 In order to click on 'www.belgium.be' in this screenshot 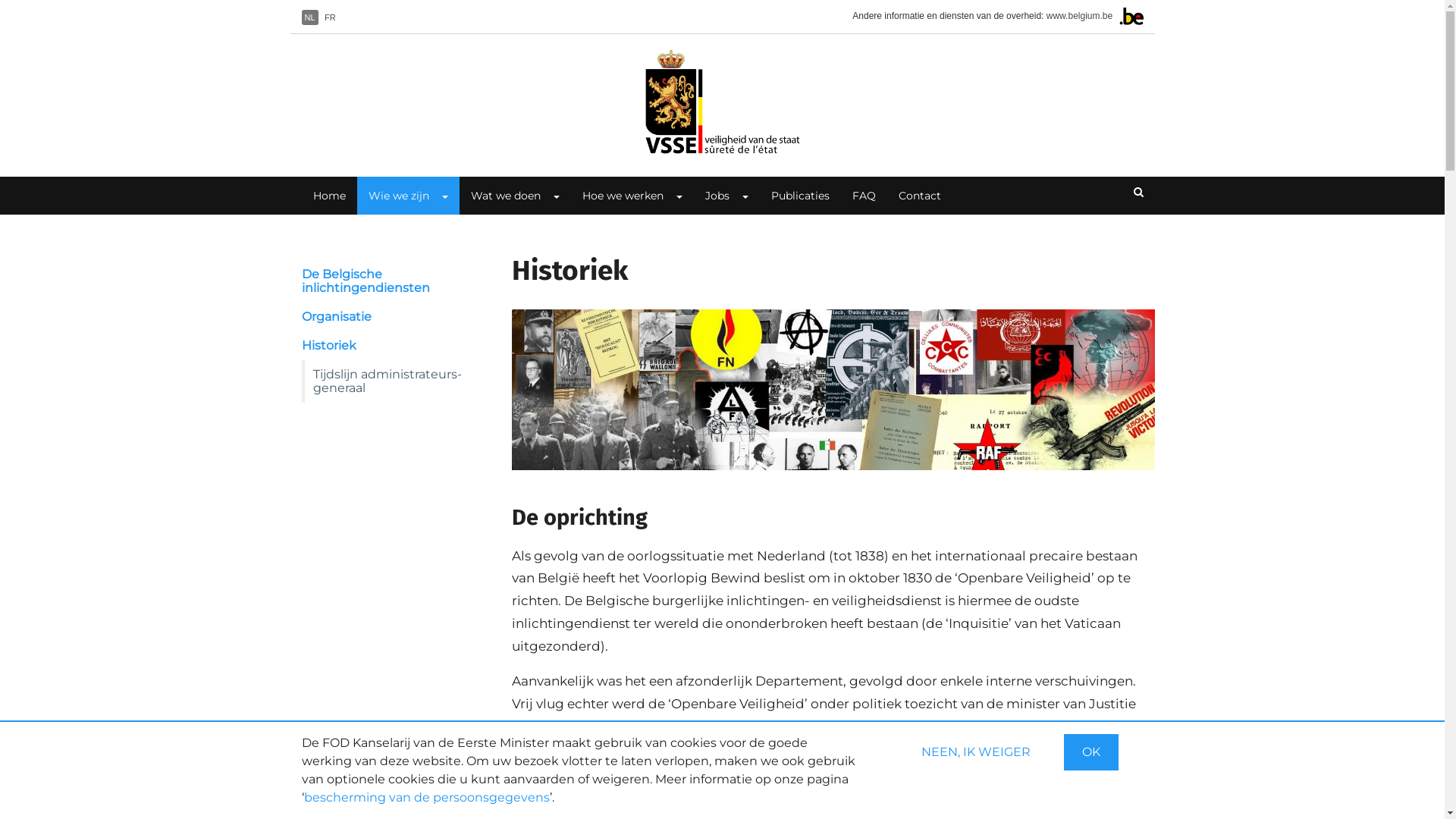, I will do `click(1046, 15)`.